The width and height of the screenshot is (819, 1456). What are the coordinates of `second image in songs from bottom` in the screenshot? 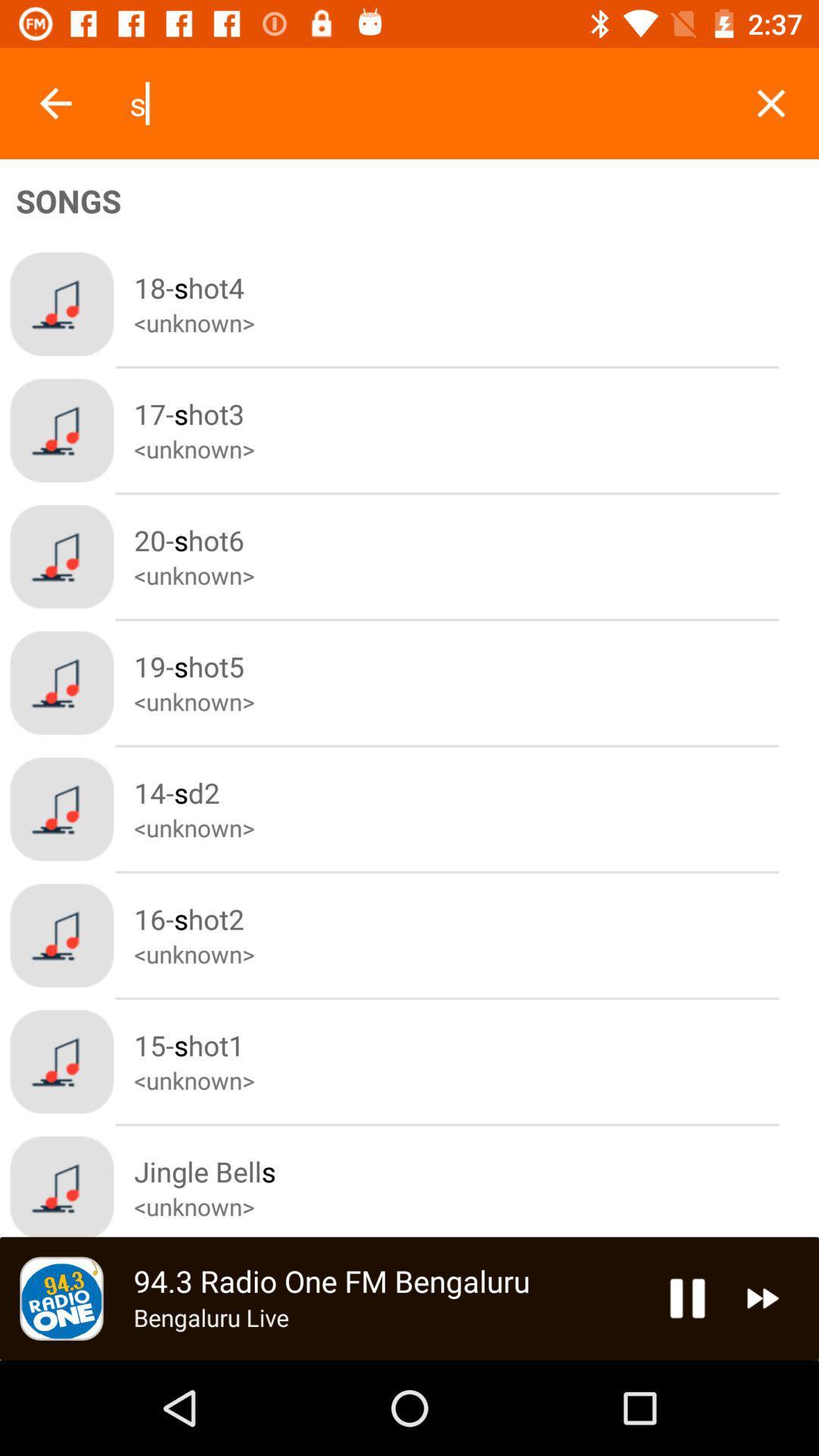 It's located at (61, 1061).